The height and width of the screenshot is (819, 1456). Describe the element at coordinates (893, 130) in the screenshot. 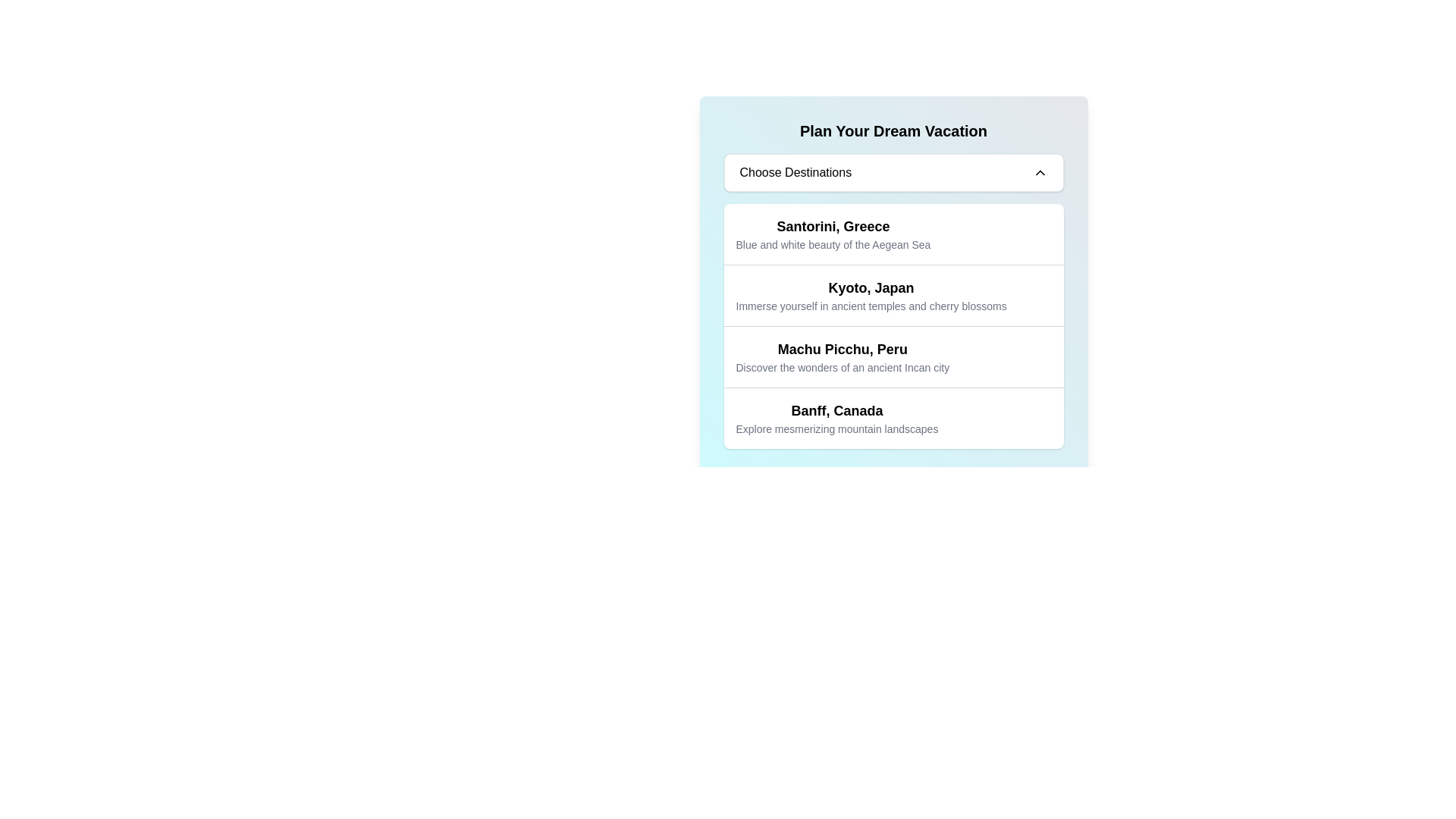

I see `the static text header that serves as the title for the card layout, located at the top center of the card` at that location.